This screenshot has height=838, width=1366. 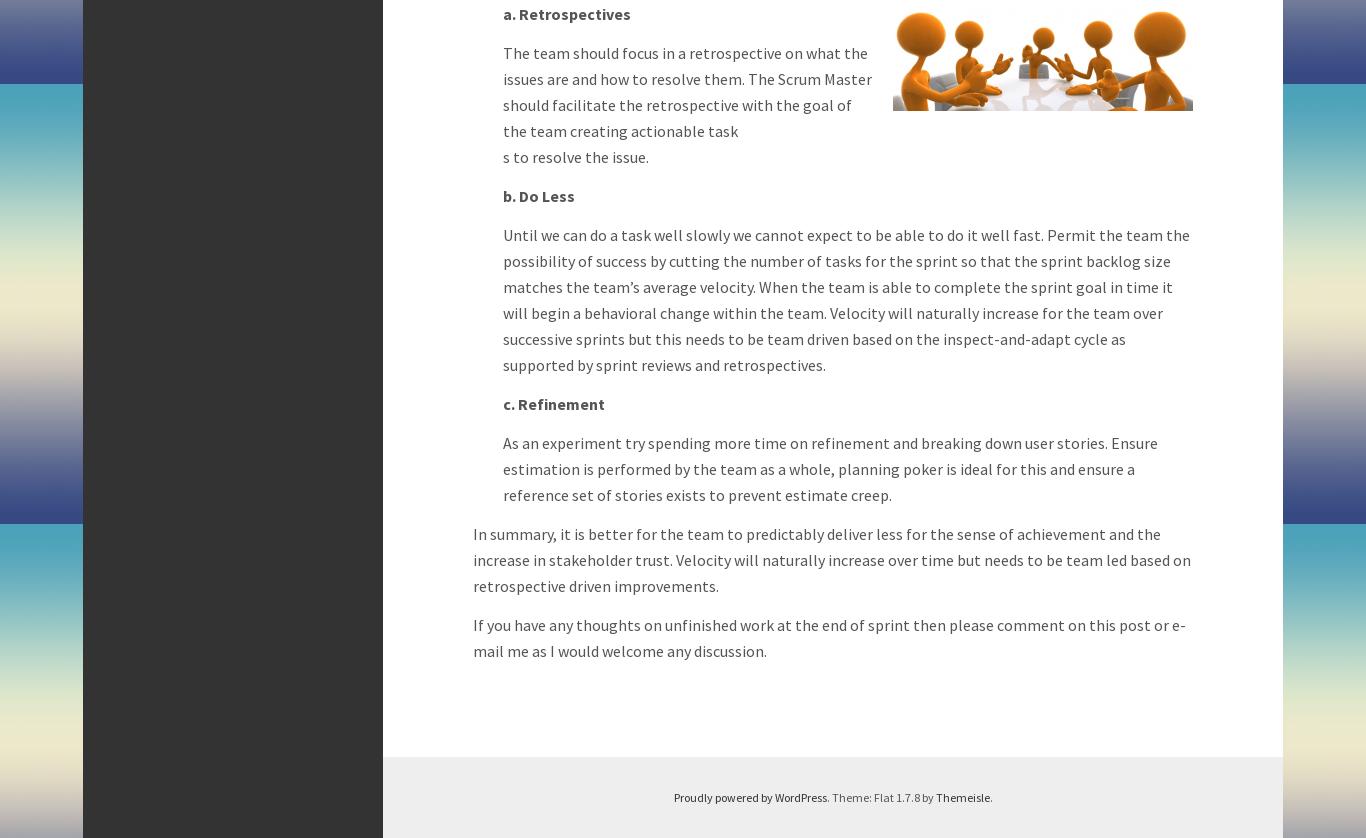 What do you see at coordinates (749, 796) in the screenshot?
I see `'Proudly powered by WordPress'` at bounding box center [749, 796].